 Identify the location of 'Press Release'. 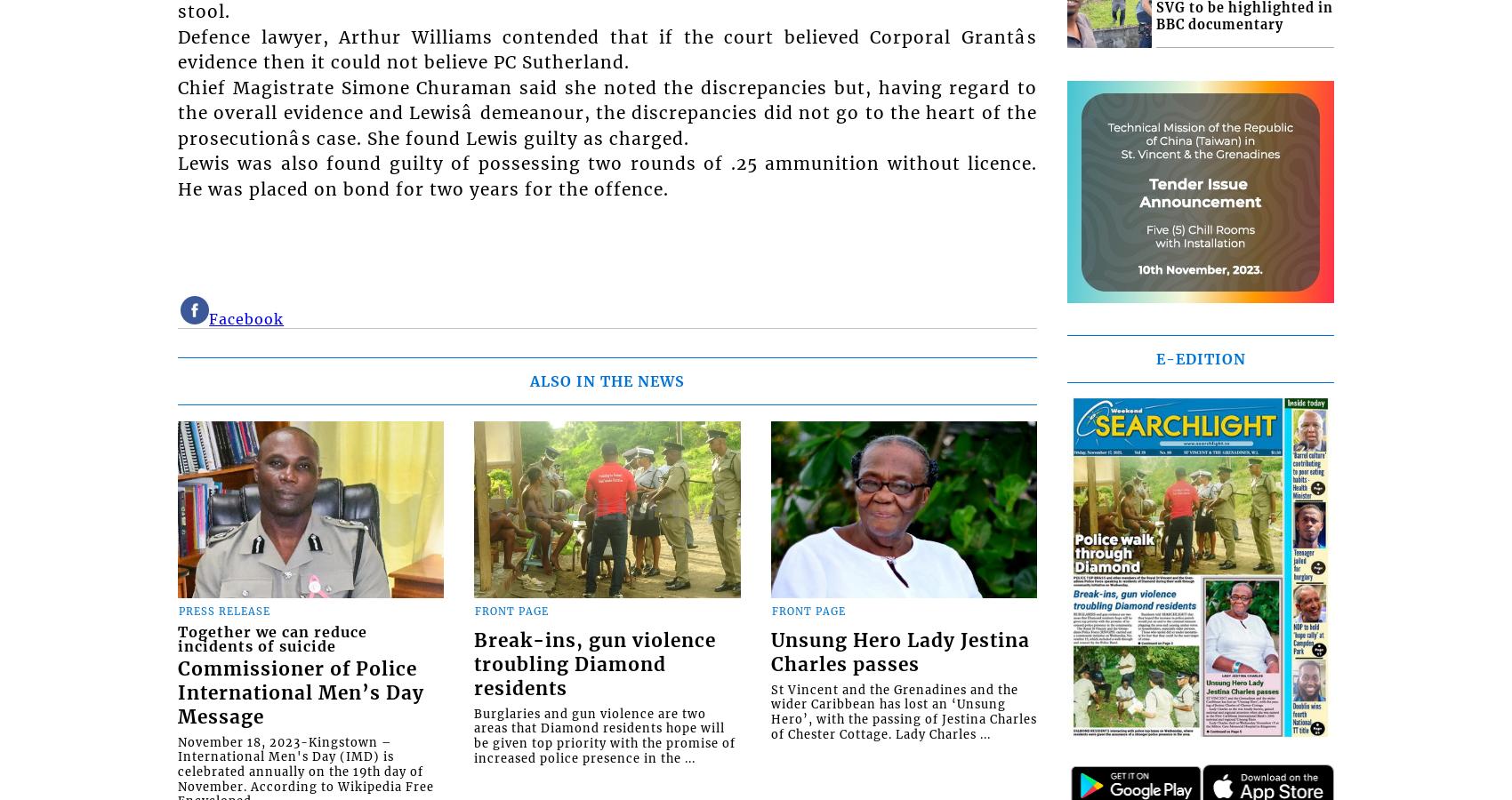
(224, 609).